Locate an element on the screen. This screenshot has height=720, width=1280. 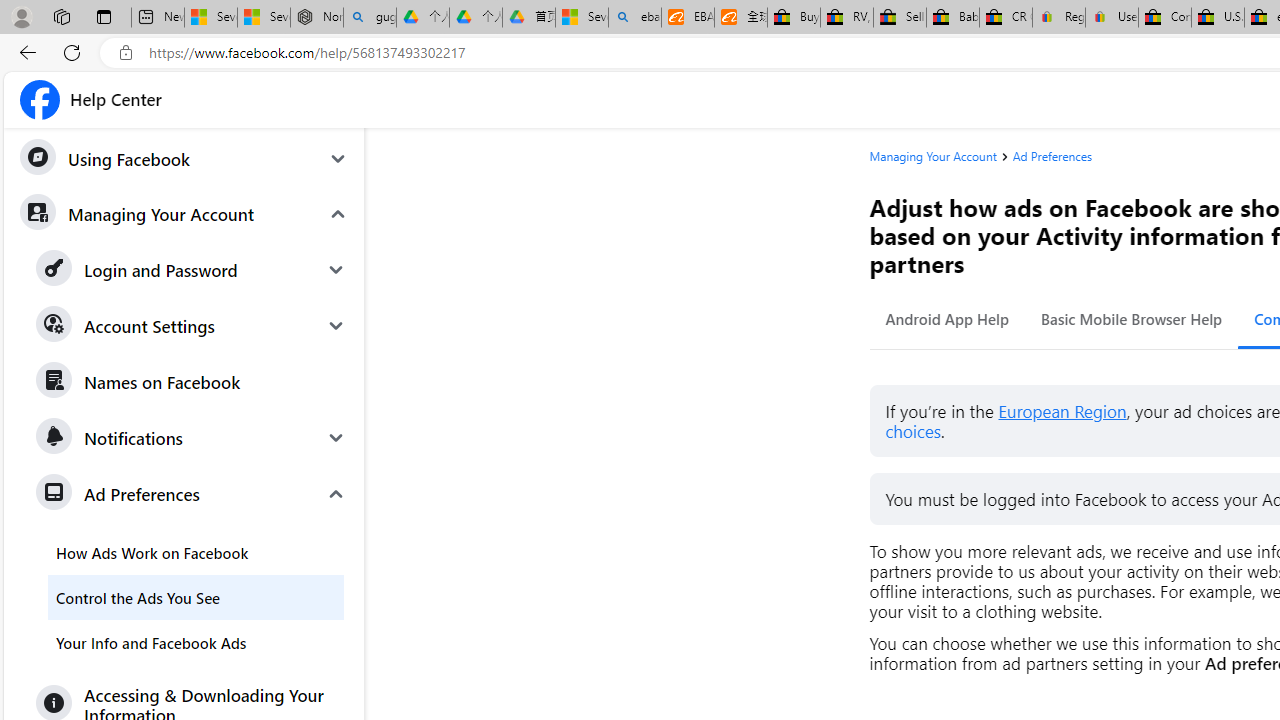
'Buy Auto Parts & Accessories | eBay' is located at coordinates (793, 17).